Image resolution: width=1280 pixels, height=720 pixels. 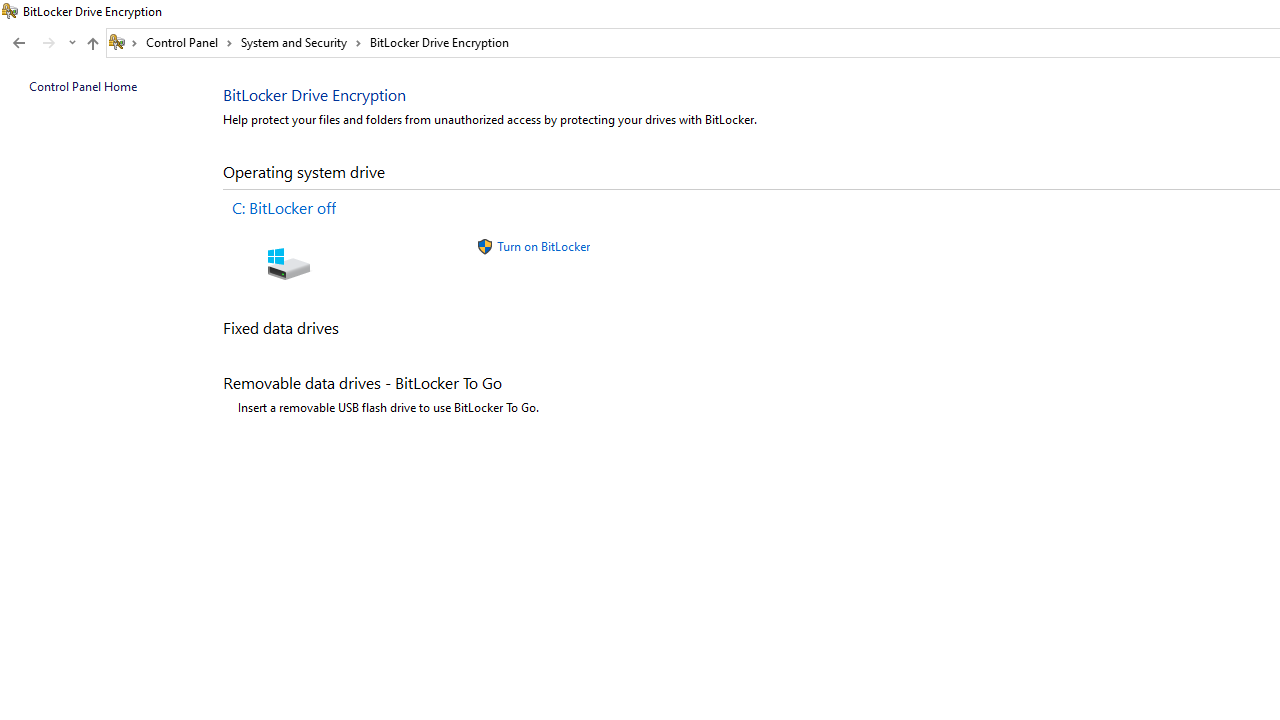 What do you see at coordinates (82, 85) in the screenshot?
I see `'Control Panel Home'` at bounding box center [82, 85].